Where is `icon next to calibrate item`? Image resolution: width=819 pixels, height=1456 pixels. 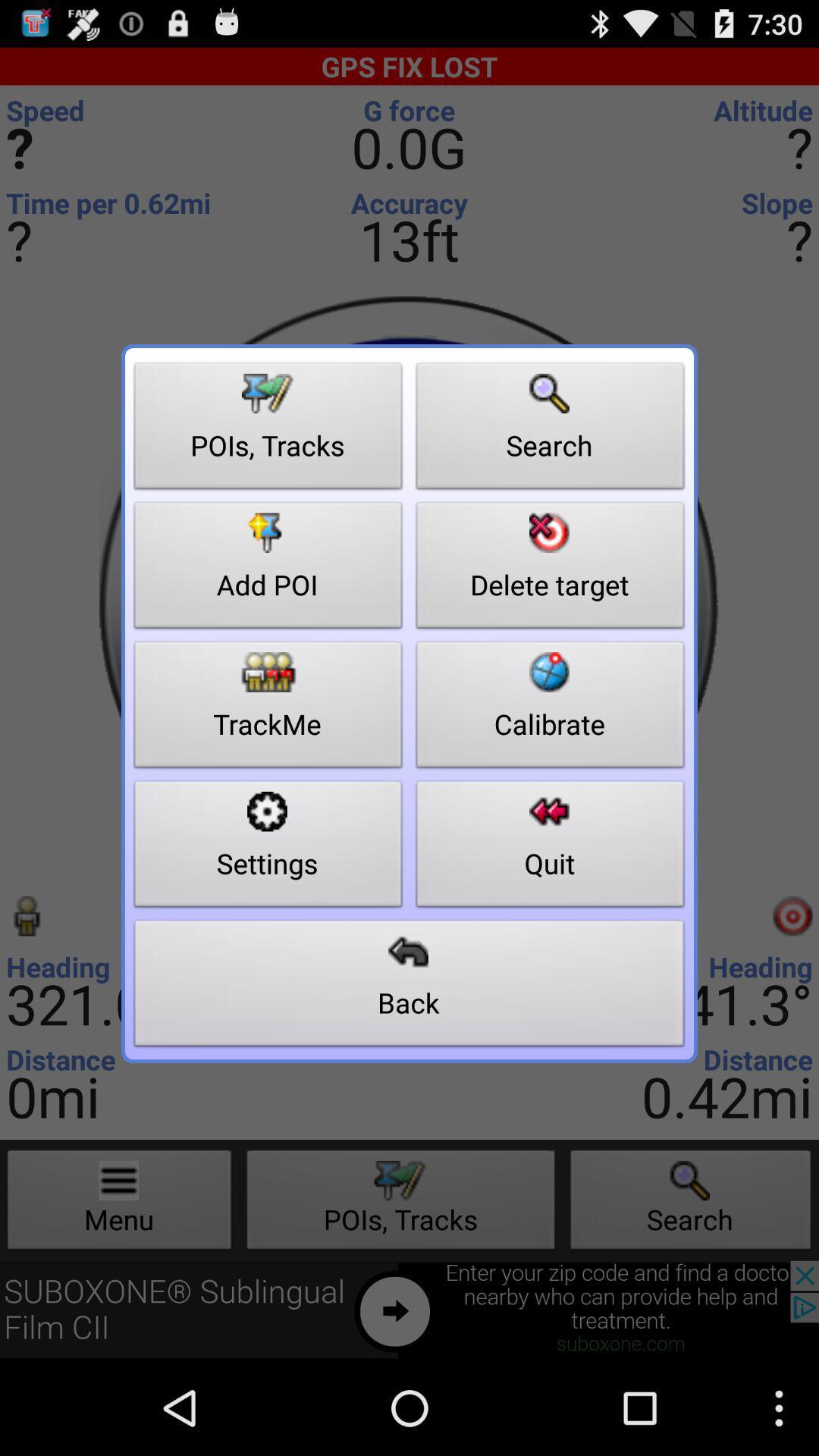
icon next to calibrate item is located at coordinates (268, 847).